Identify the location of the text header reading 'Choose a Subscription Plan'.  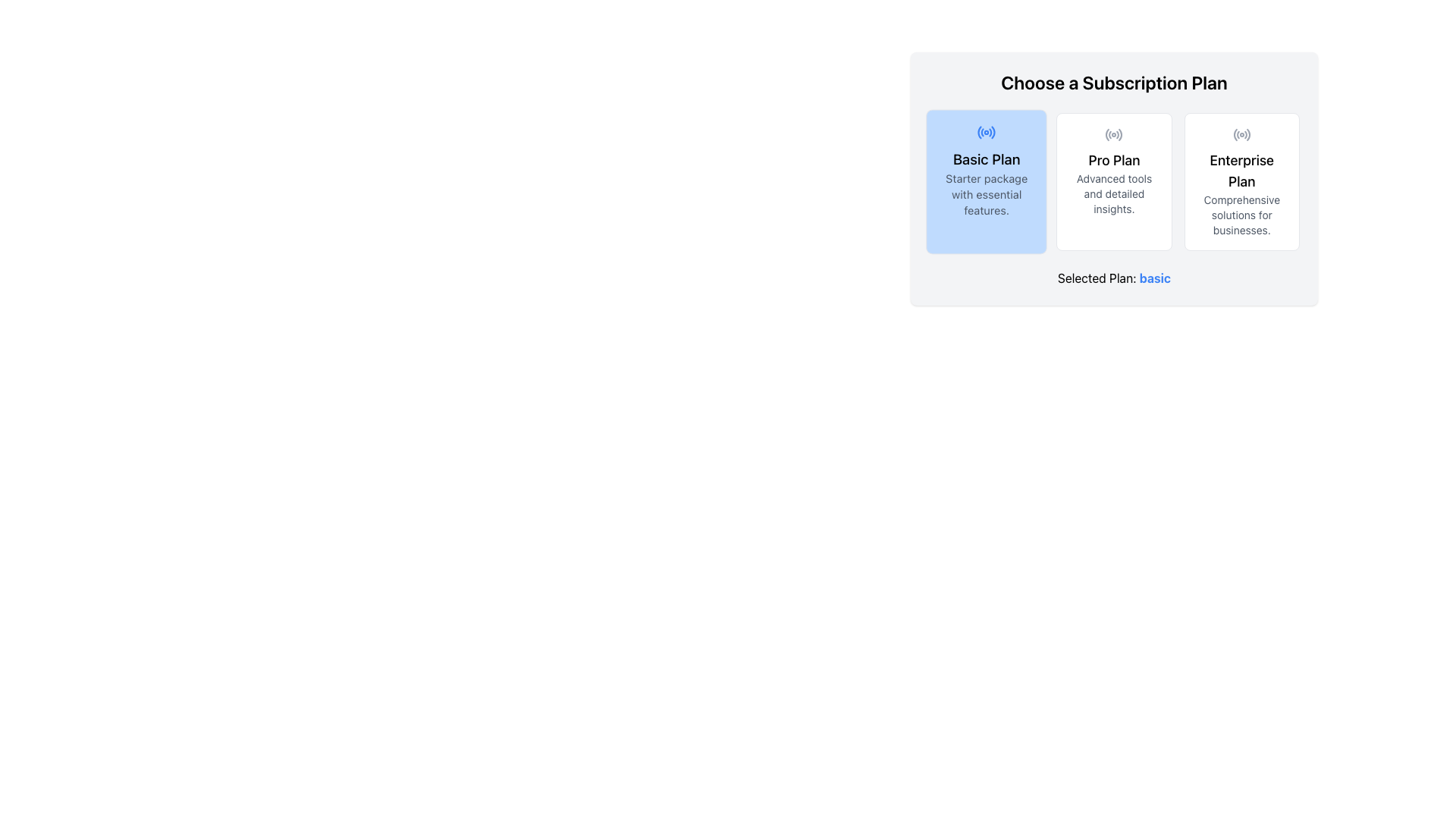
(1114, 82).